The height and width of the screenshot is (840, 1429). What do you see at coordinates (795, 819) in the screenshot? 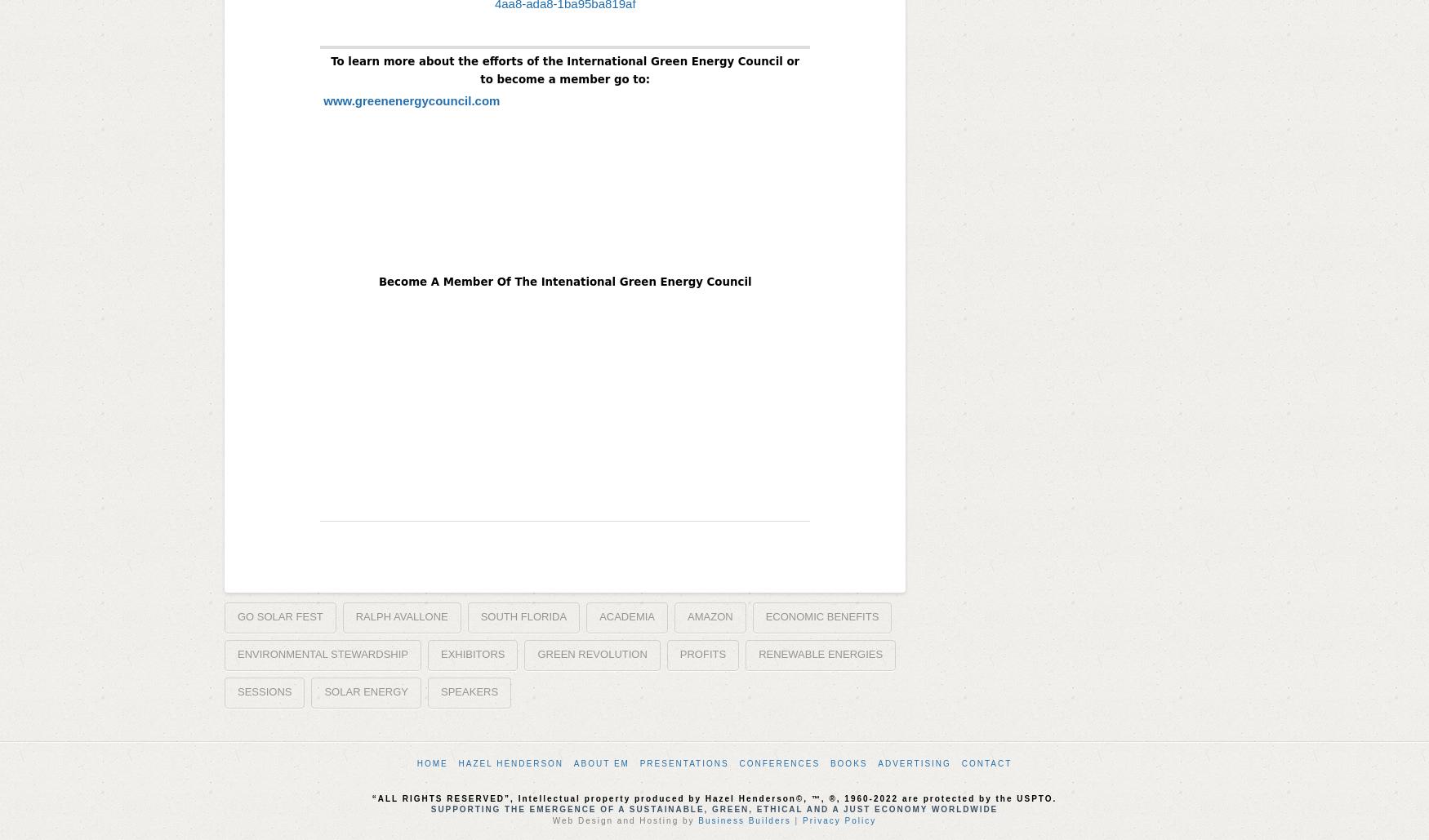
I see `'|'` at bounding box center [795, 819].